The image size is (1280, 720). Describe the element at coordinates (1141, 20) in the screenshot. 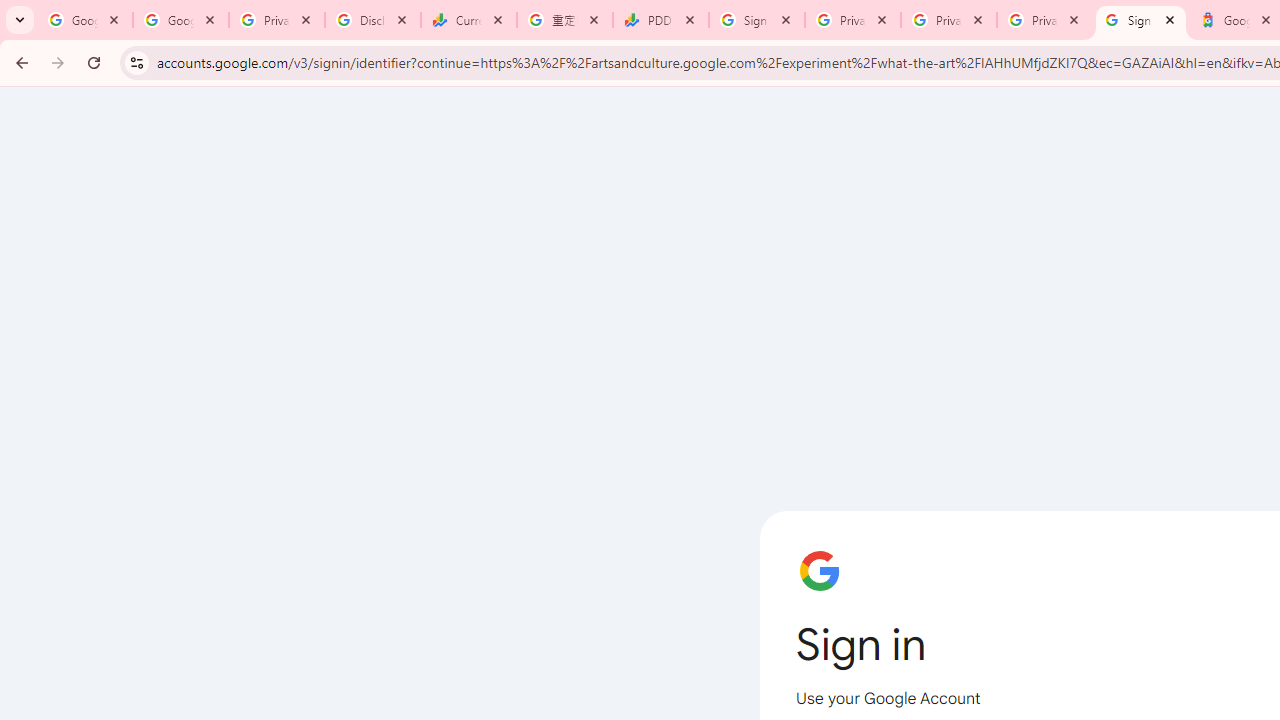

I see `'Sign in - Google Accounts'` at that location.